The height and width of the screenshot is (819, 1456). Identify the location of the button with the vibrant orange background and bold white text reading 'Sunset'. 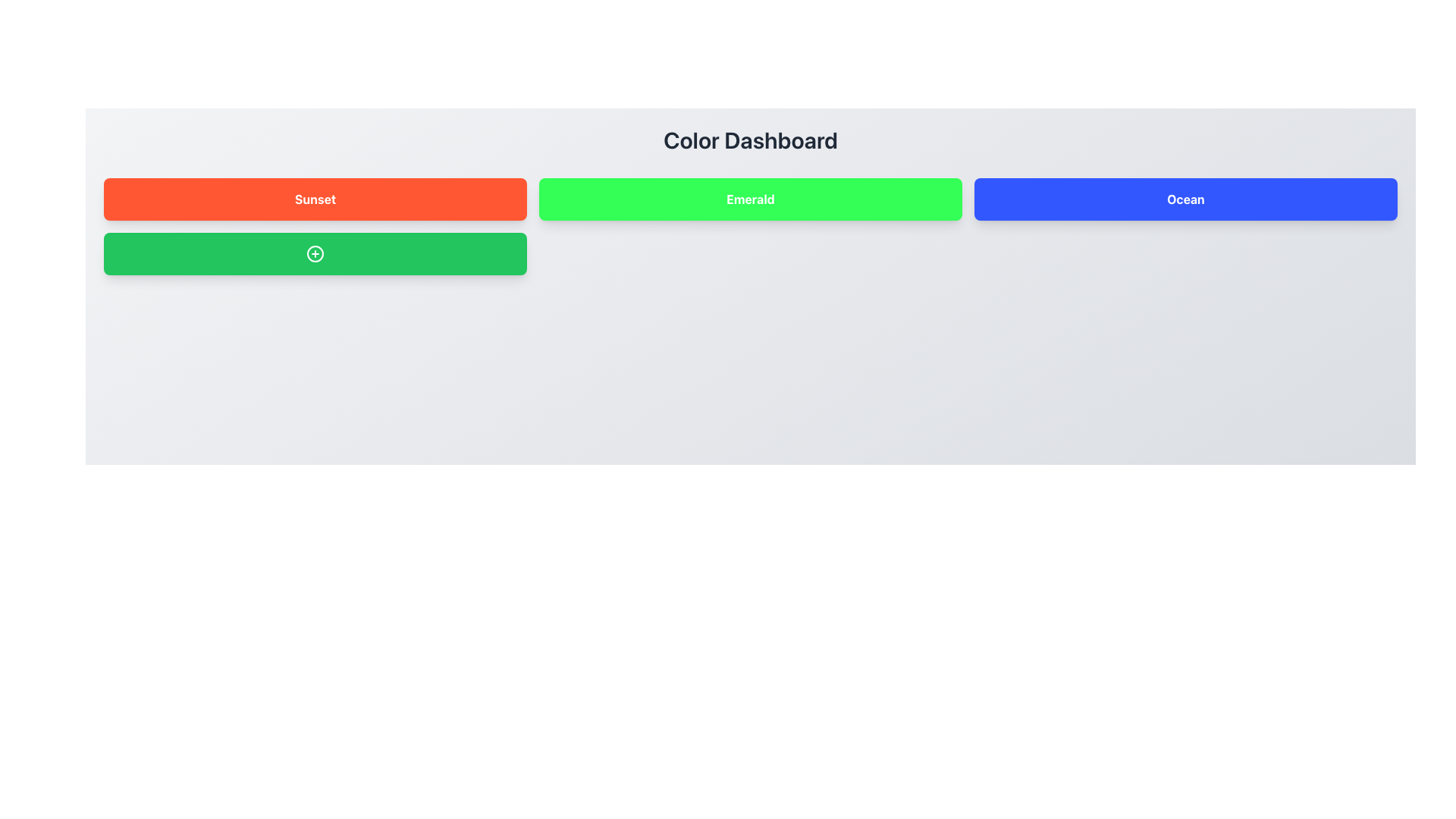
(315, 198).